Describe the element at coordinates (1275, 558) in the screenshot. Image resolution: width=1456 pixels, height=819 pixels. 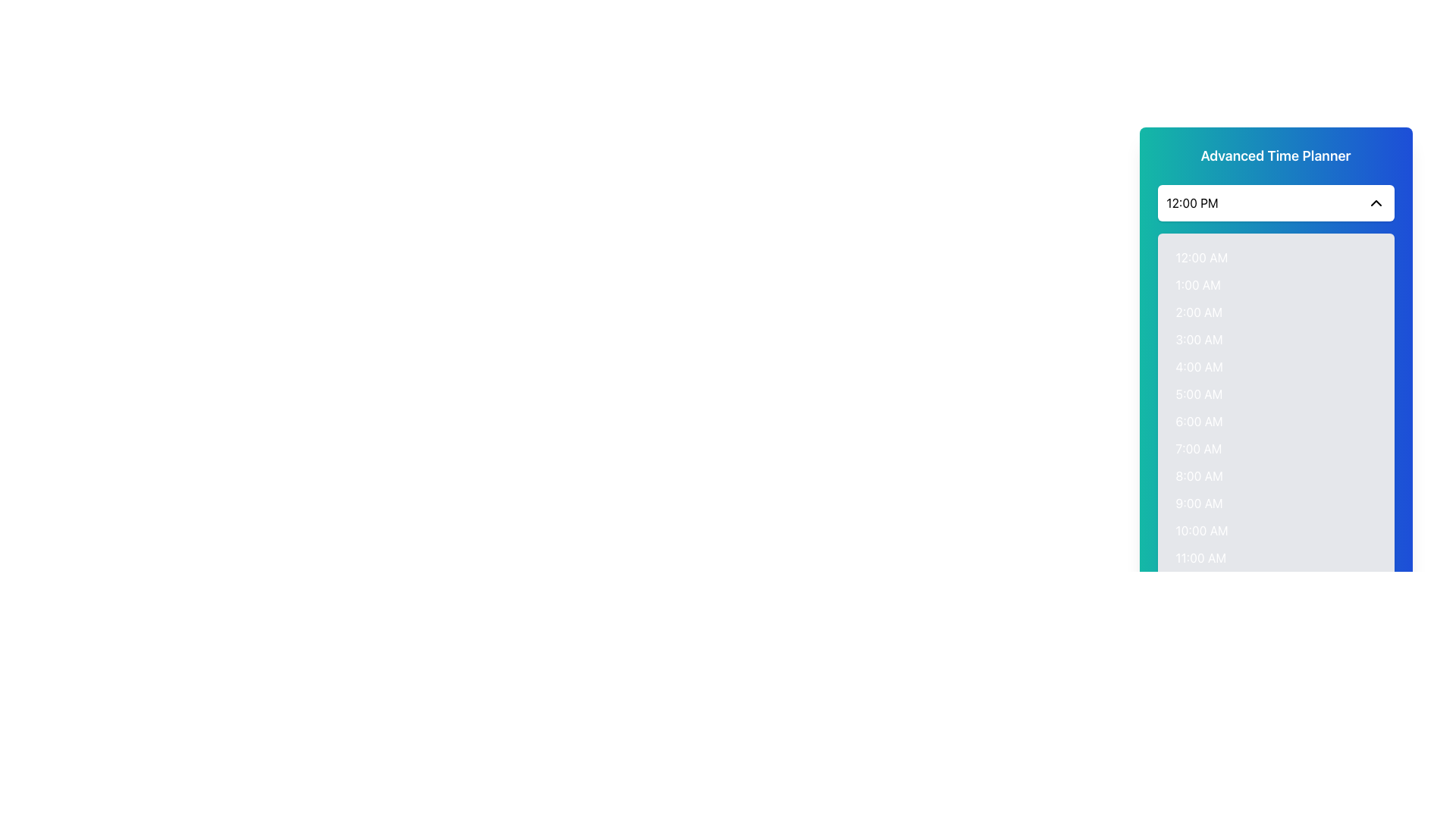
I see `the selectable time option button located at the twelfth position in the vertical list of times` at that location.